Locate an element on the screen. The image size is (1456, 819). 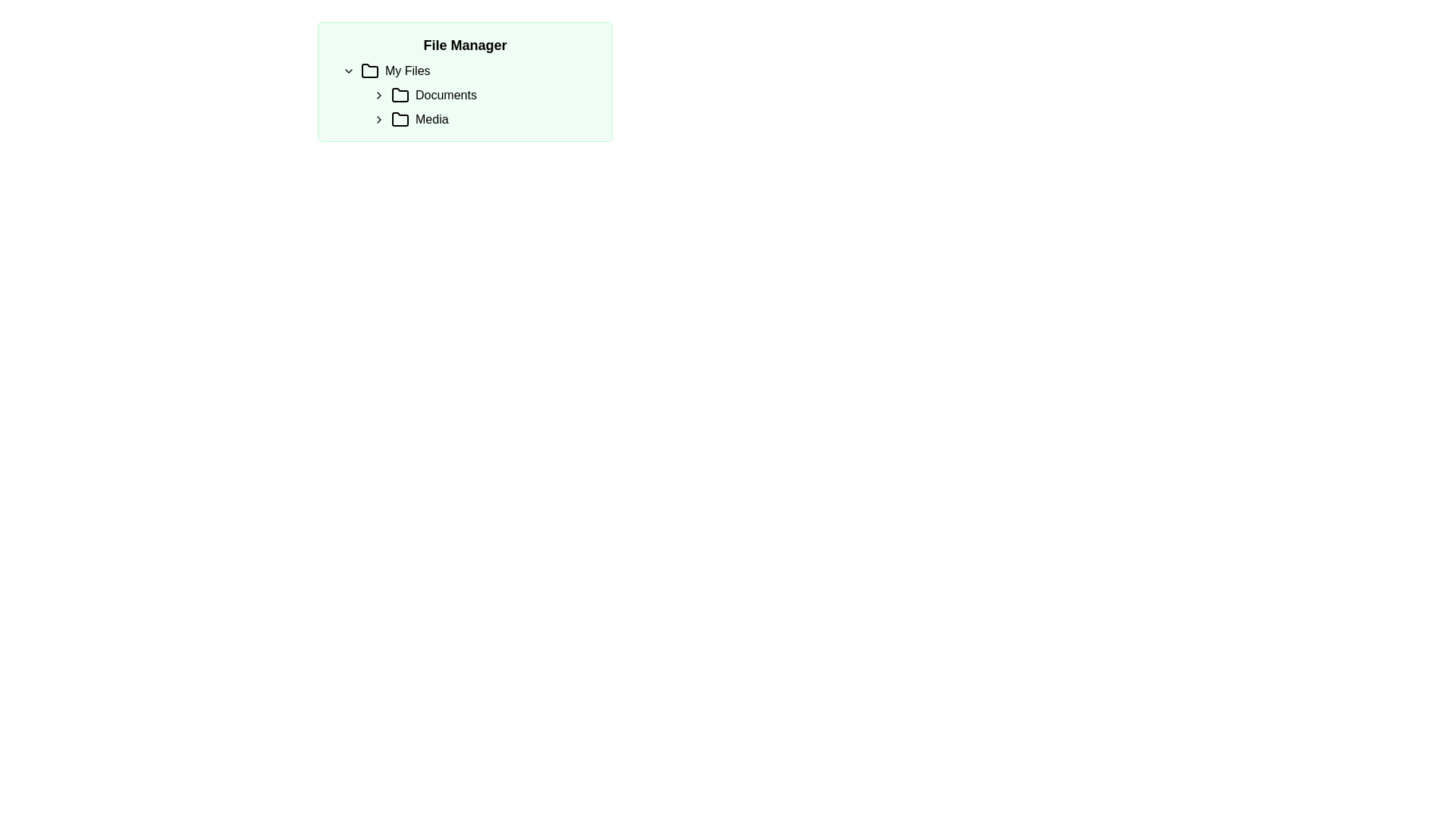
the black folder icon with rounded edges located to the left of the 'Documents' text in the 'File Manager' interface is located at coordinates (400, 96).